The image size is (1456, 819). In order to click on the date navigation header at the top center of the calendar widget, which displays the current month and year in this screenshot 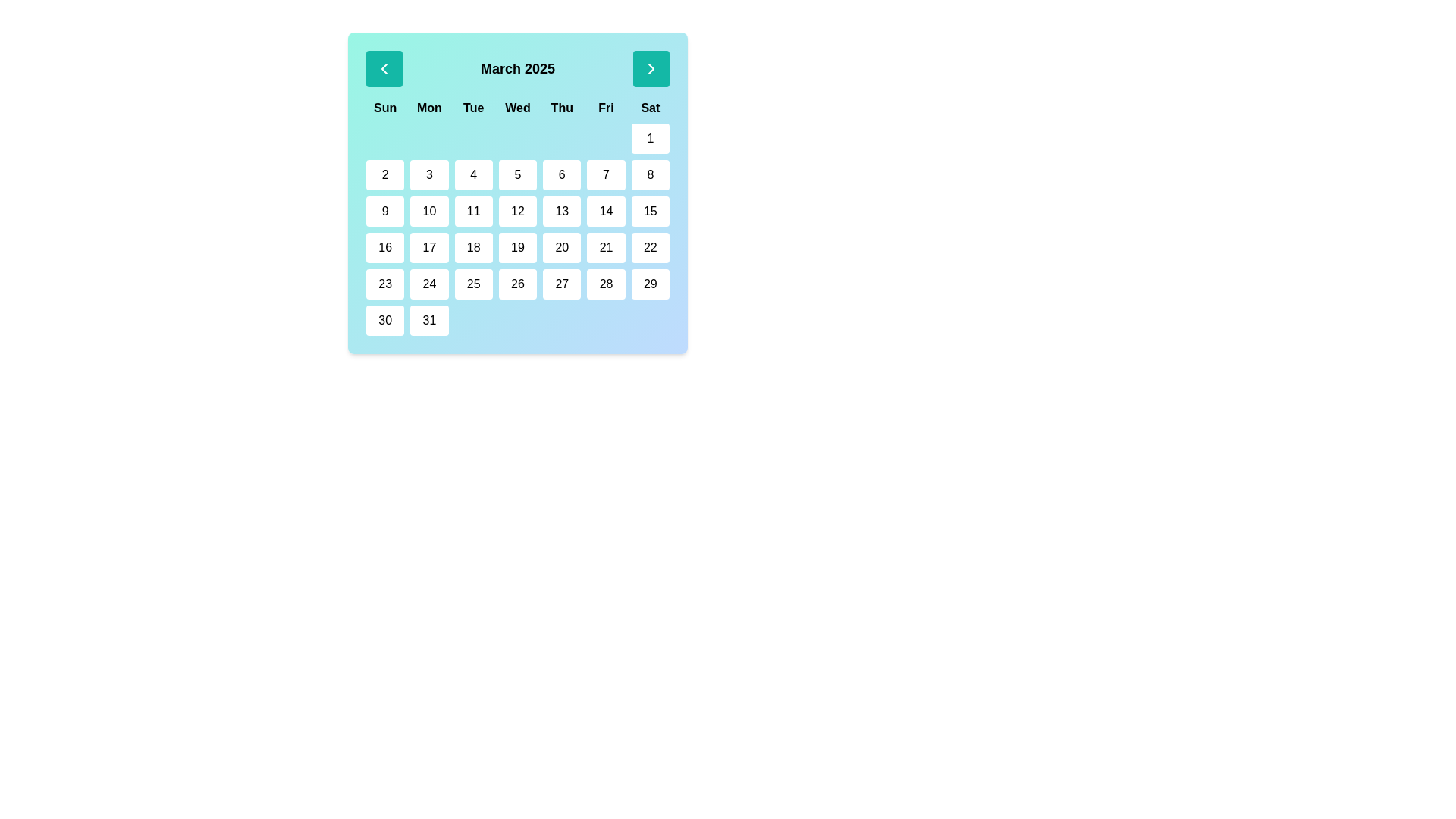, I will do `click(517, 69)`.